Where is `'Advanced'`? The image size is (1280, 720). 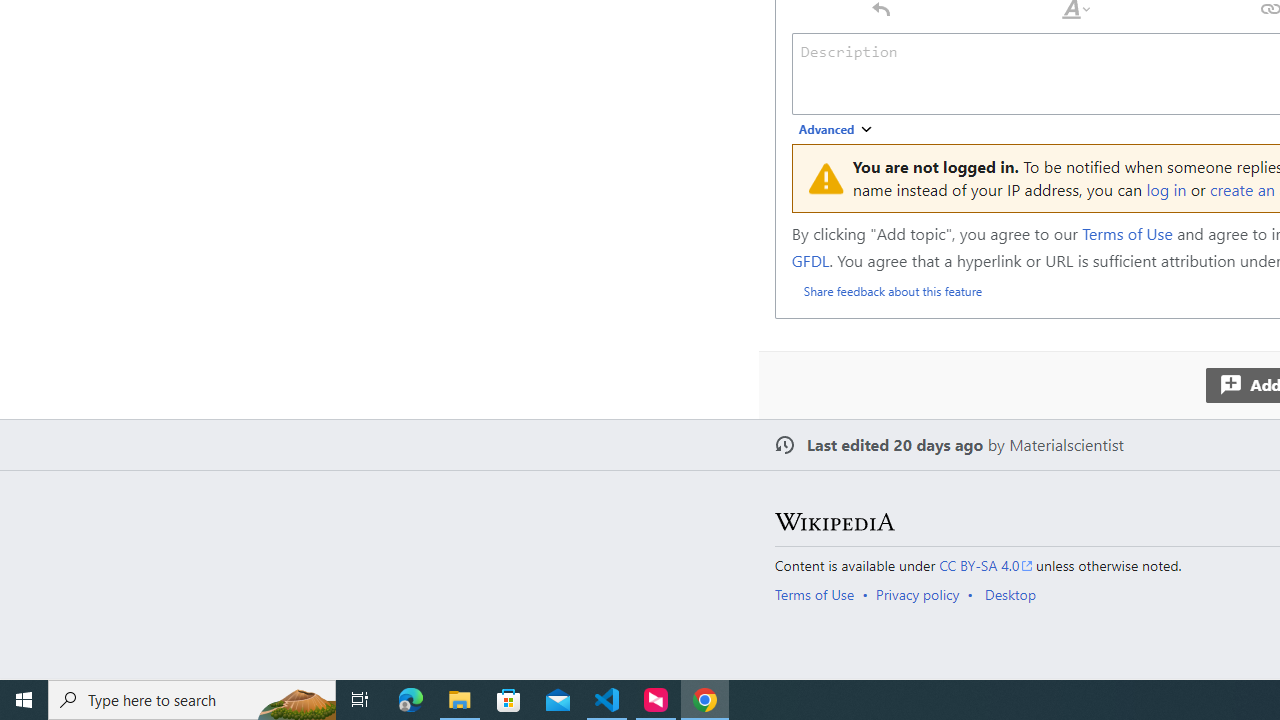 'Advanced' is located at coordinates (836, 129).